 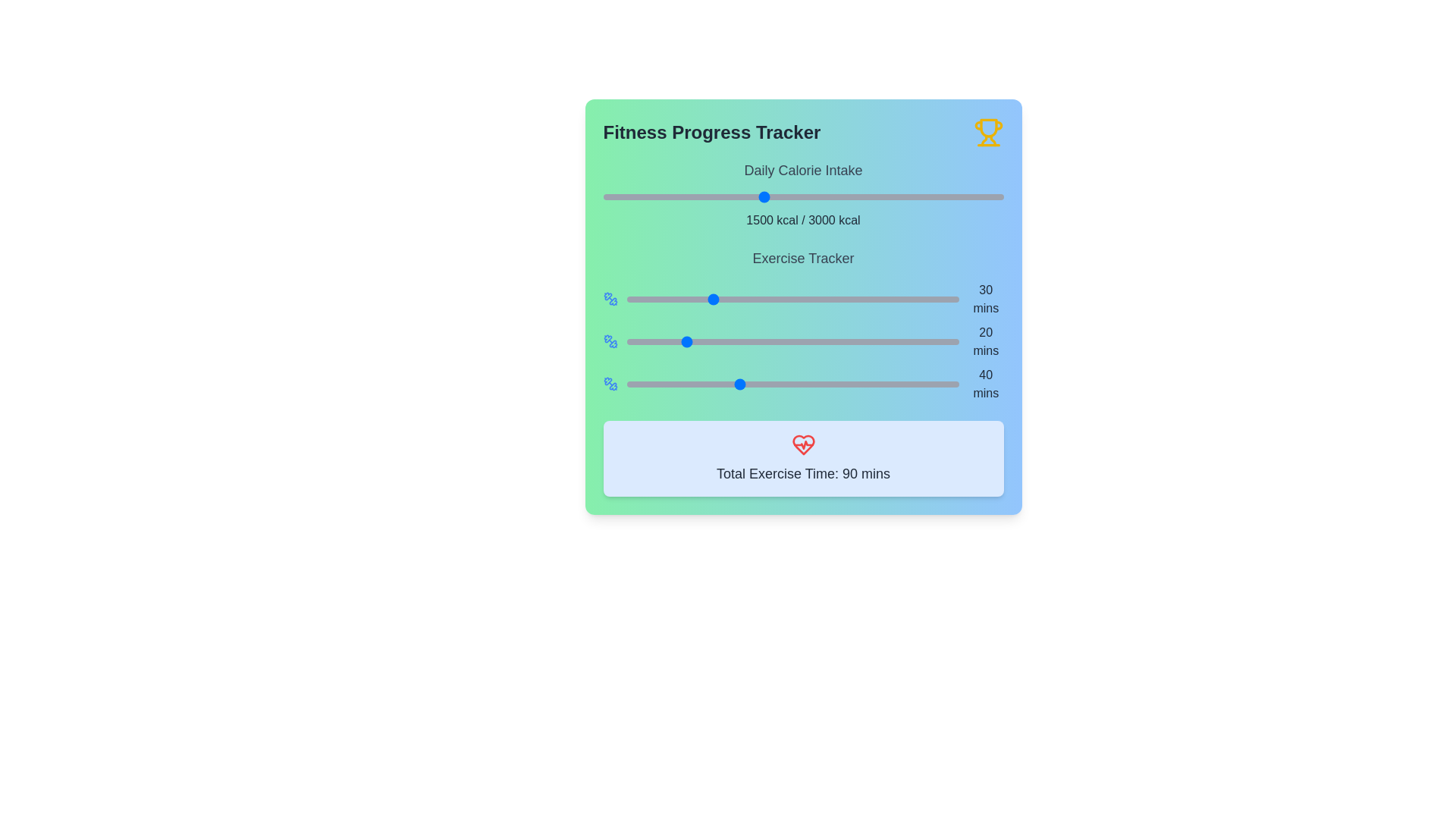 What do you see at coordinates (711, 131) in the screenshot?
I see `the bold title text 'Fitness Progress Tracker' styled in a large font size with dark gray color, located at the top of the content area with a gradient background` at bounding box center [711, 131].